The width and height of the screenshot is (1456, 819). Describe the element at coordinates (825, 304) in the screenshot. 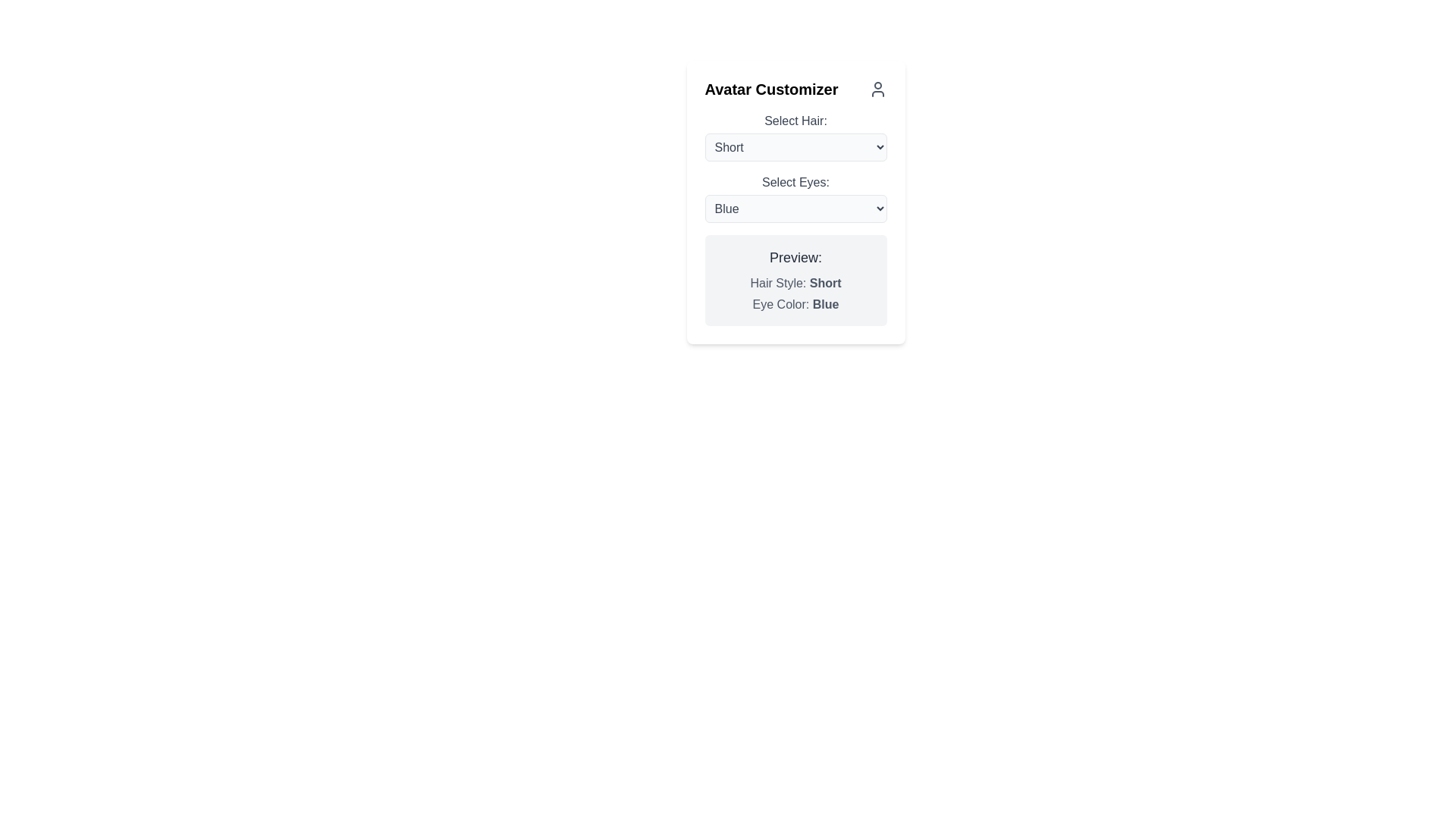

I see `the text label displaying 'Blue' in bold font style, which is part of the 'Eye Color: Blue' descriptor located in the lower section of the card interface` at that location.